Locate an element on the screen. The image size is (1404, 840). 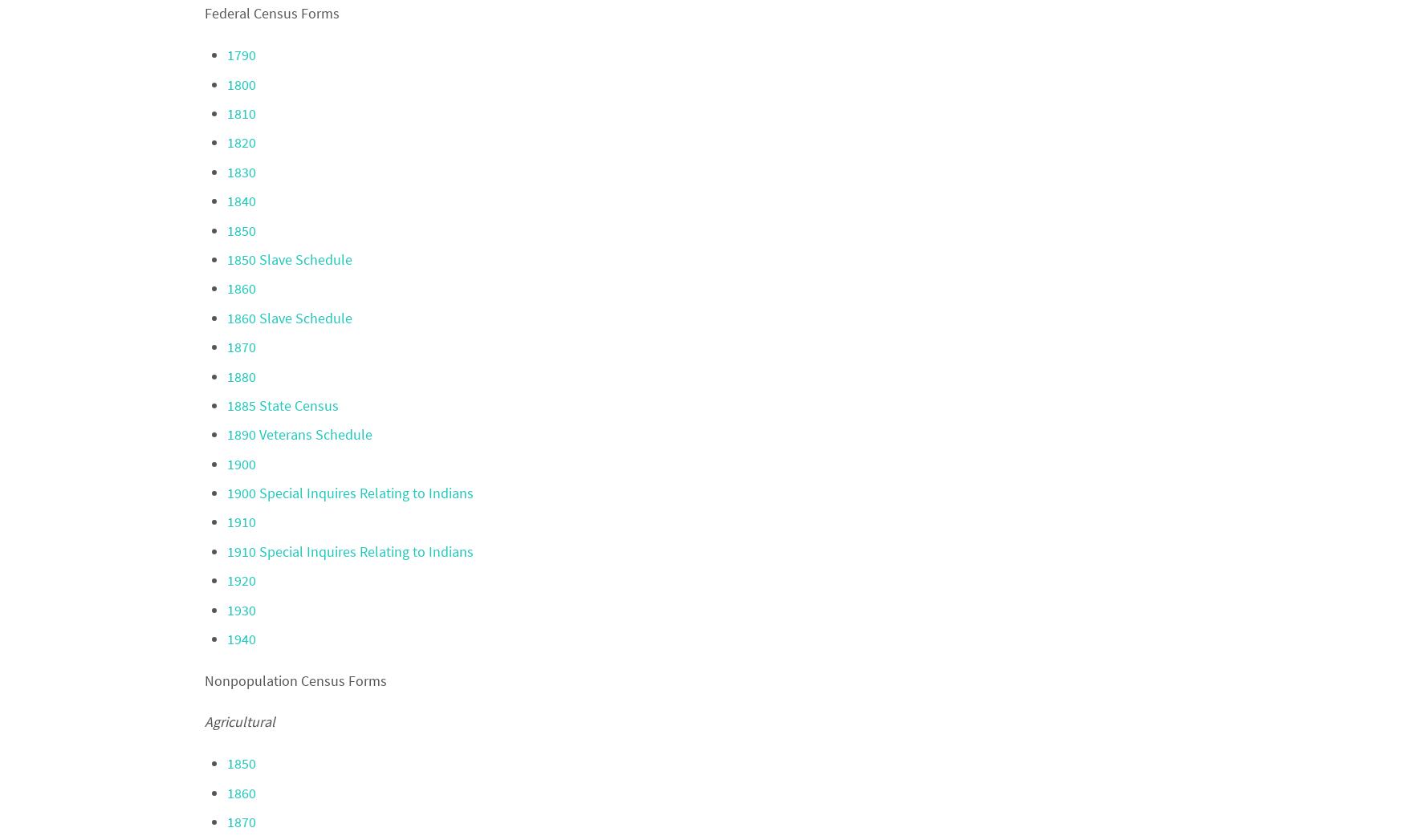
'1940' is located at coordinates (241, 638).